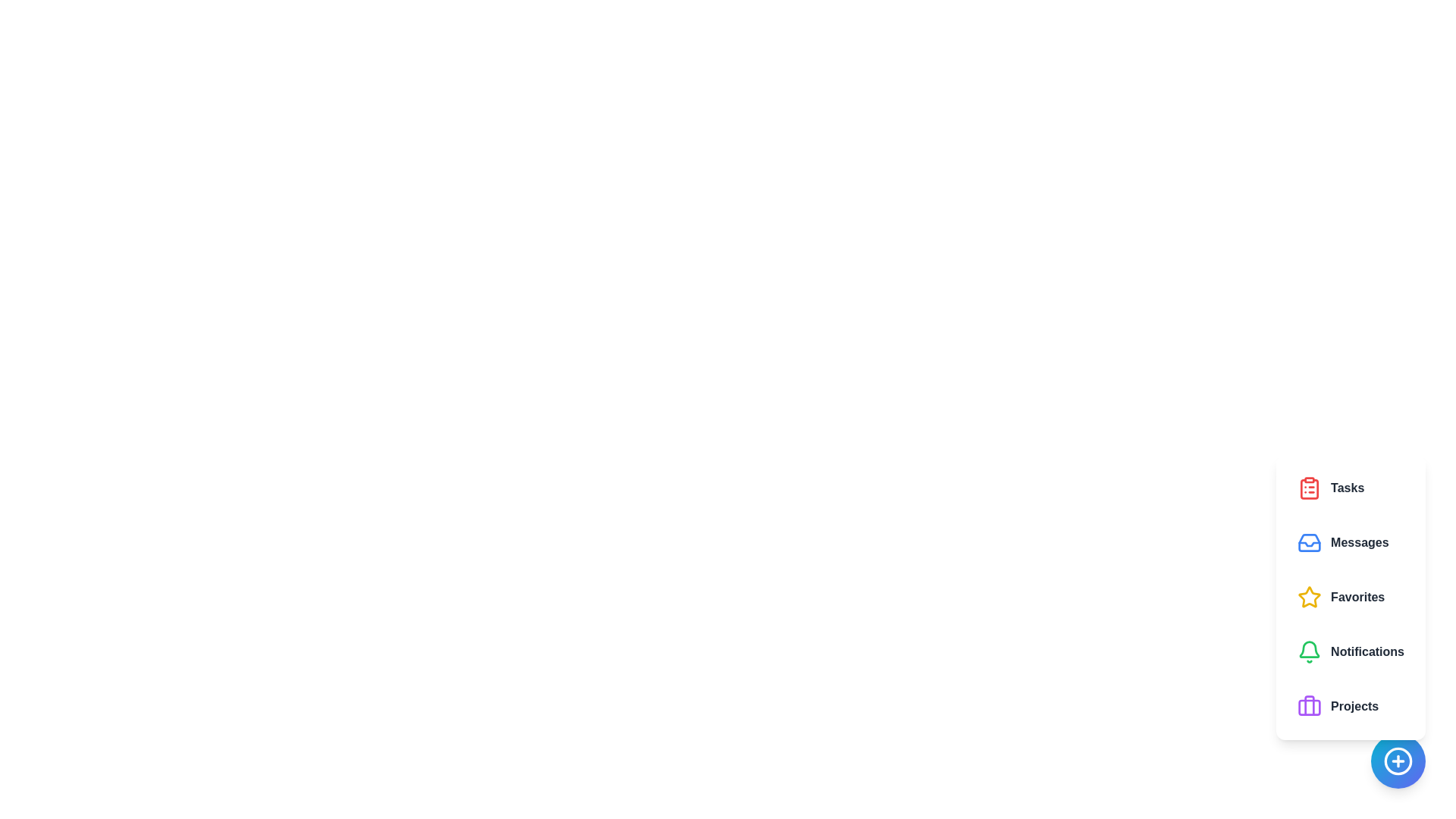  I want to click on the feature button corresponding to Favorites, so click(1350, 596).